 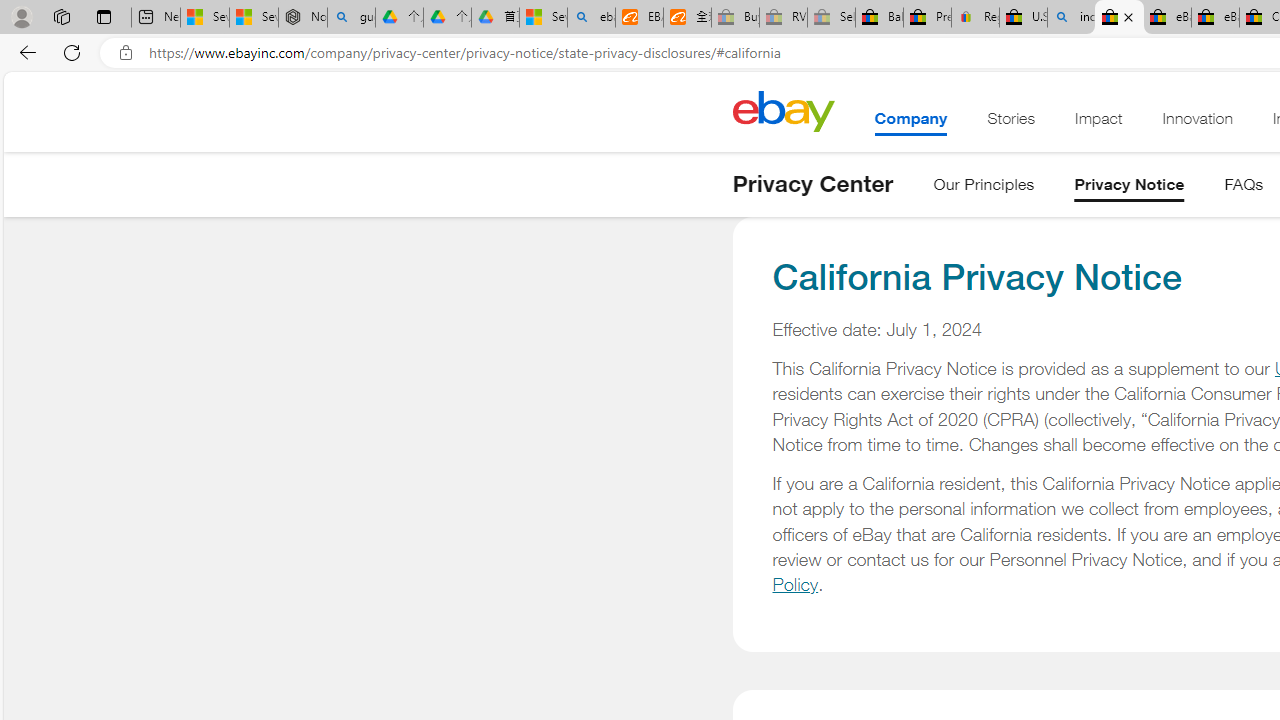 What do you see at coordinates (24, 51) in the screenshot?
I see `'Back'` at bounding box center [24, 51].